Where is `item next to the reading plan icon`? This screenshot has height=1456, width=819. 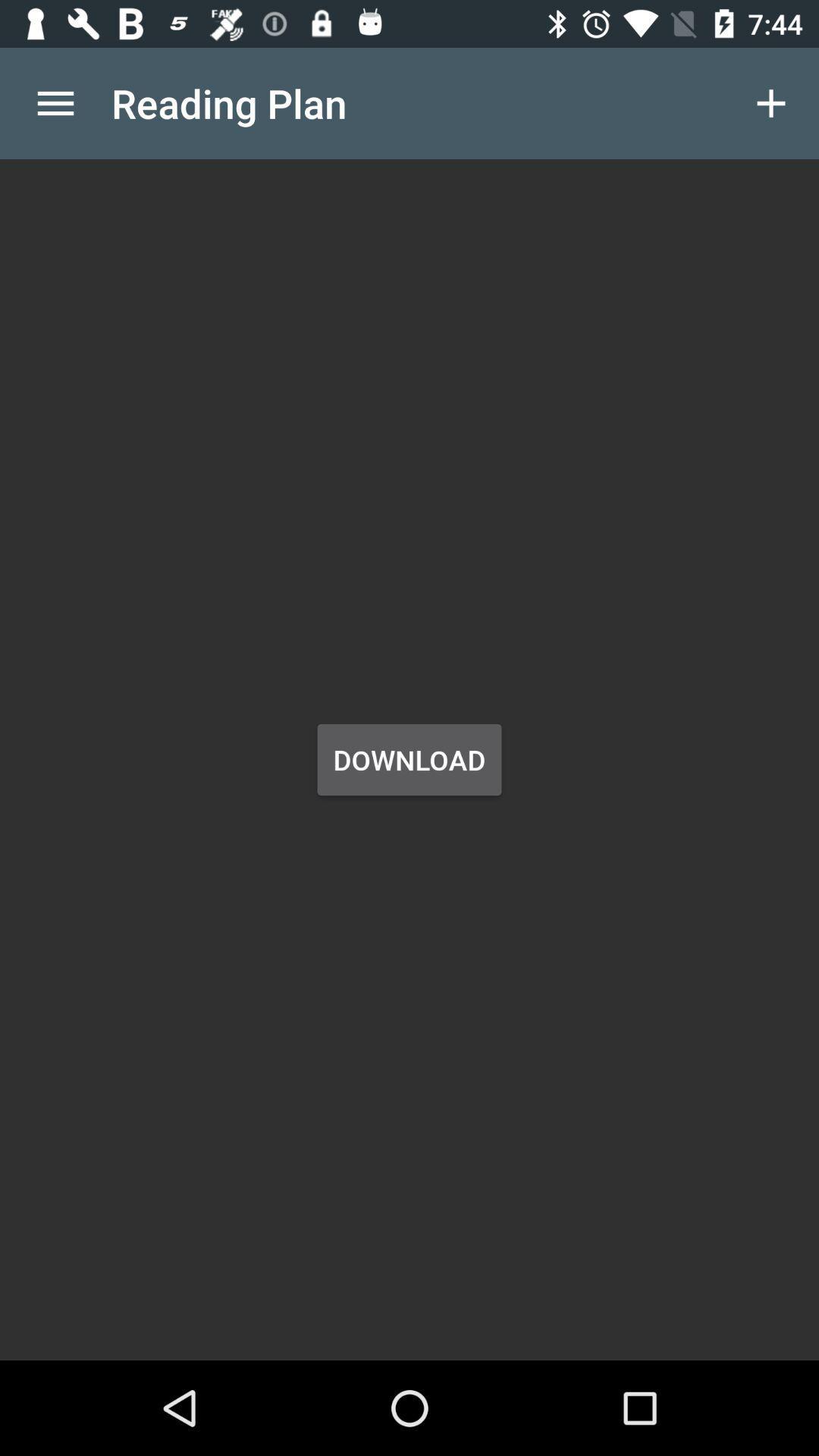
item next to the reading plan icon is located at coordinates (55, 102).